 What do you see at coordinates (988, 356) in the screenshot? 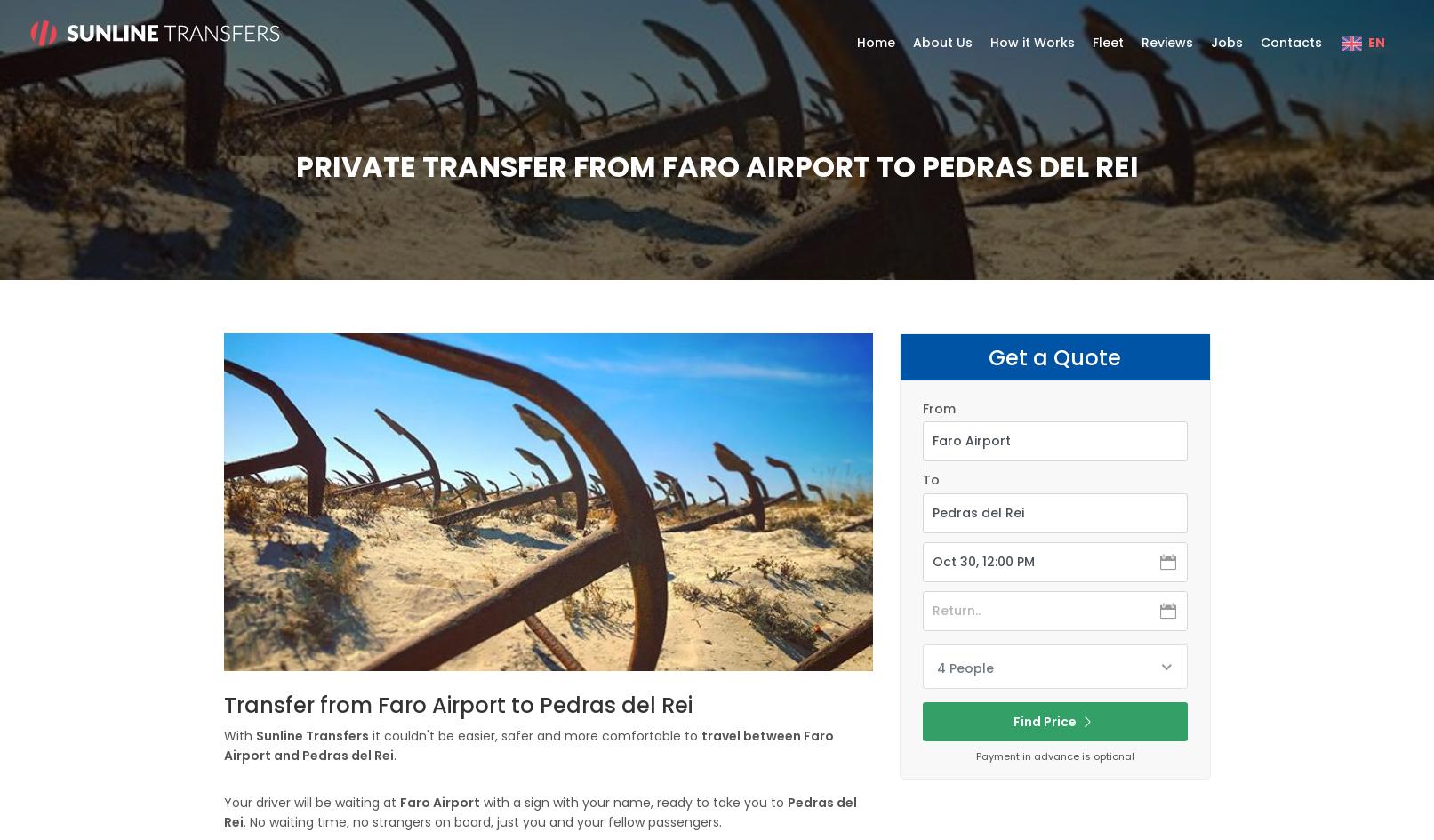
I see `'Get a Quote'` at bounding box center [988, 356].